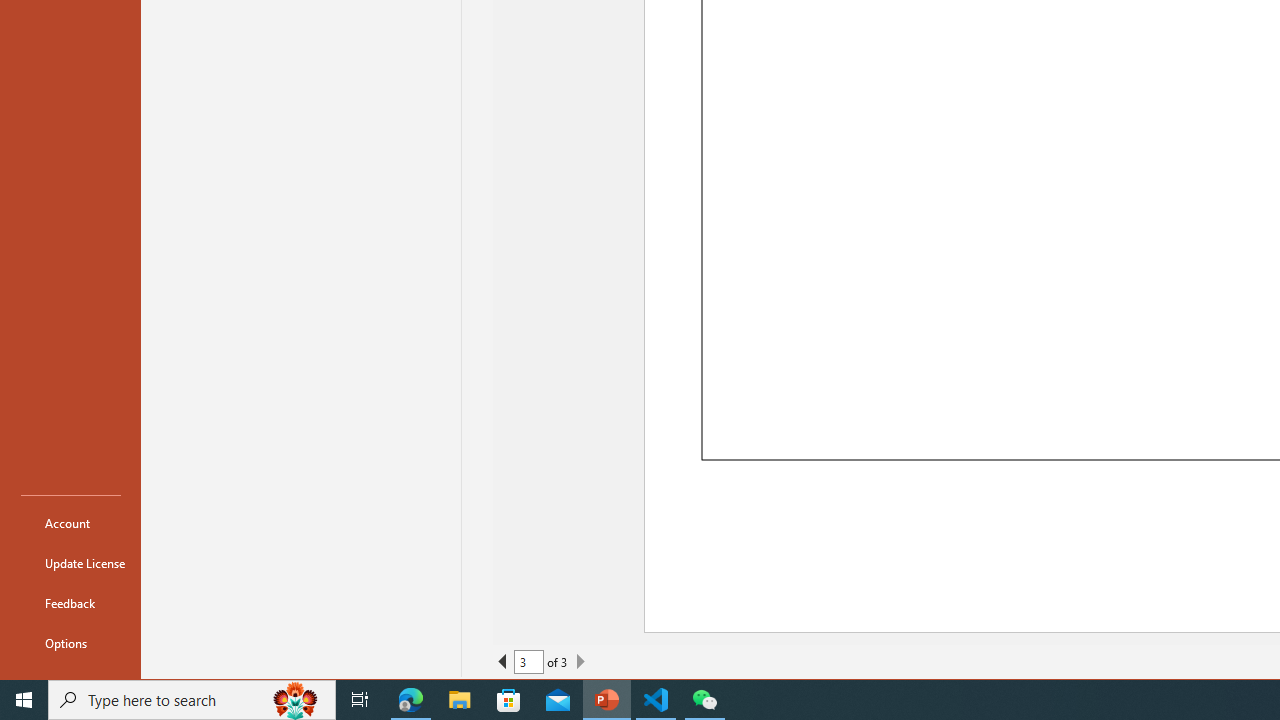  Describe the element at coordinates (71, 522) in the screenshot. I see `'Account'` at that location.